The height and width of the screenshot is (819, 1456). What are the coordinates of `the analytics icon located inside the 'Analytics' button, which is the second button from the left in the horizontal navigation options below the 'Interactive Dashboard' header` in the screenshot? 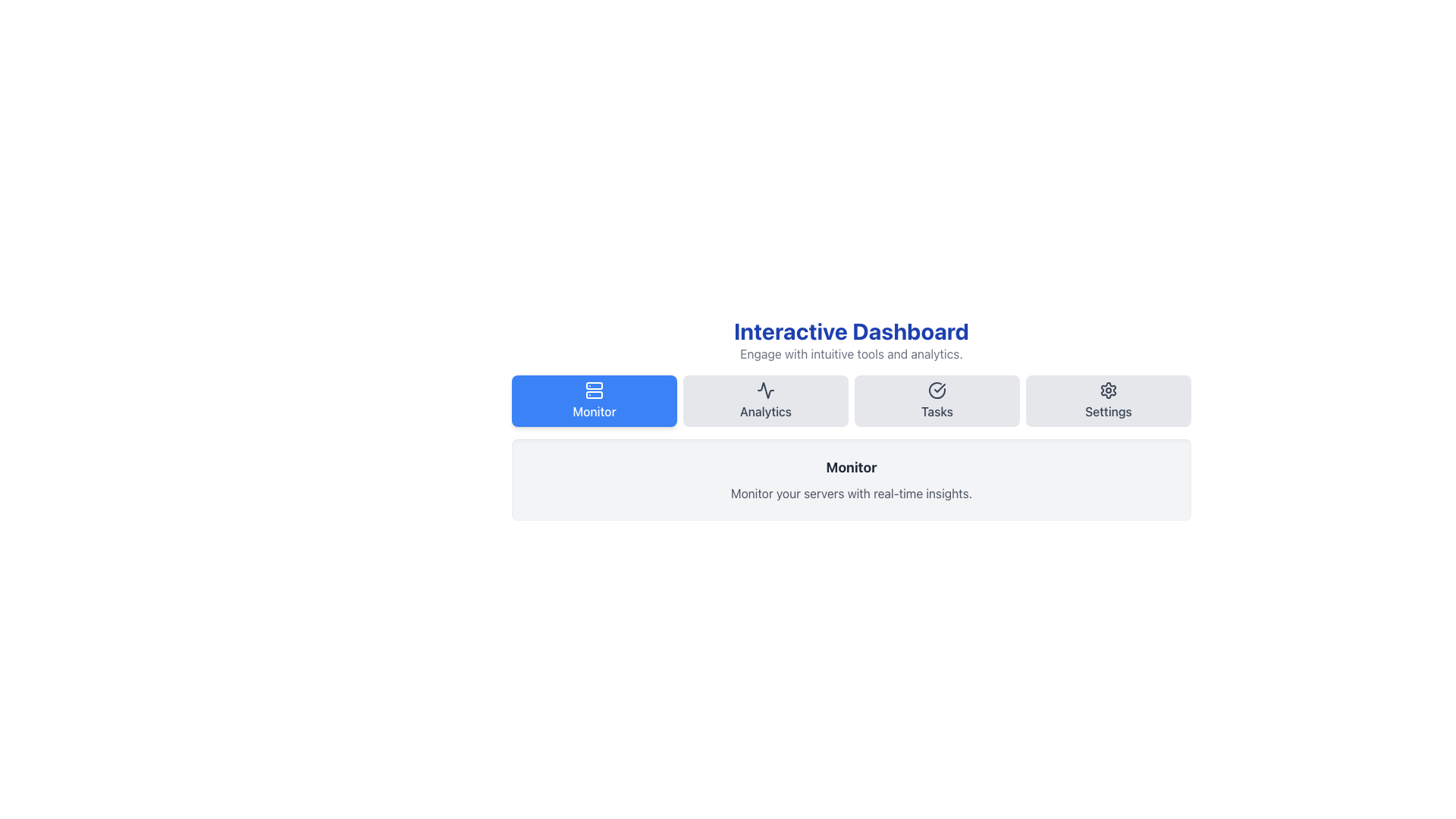 It's located at (765, 390).